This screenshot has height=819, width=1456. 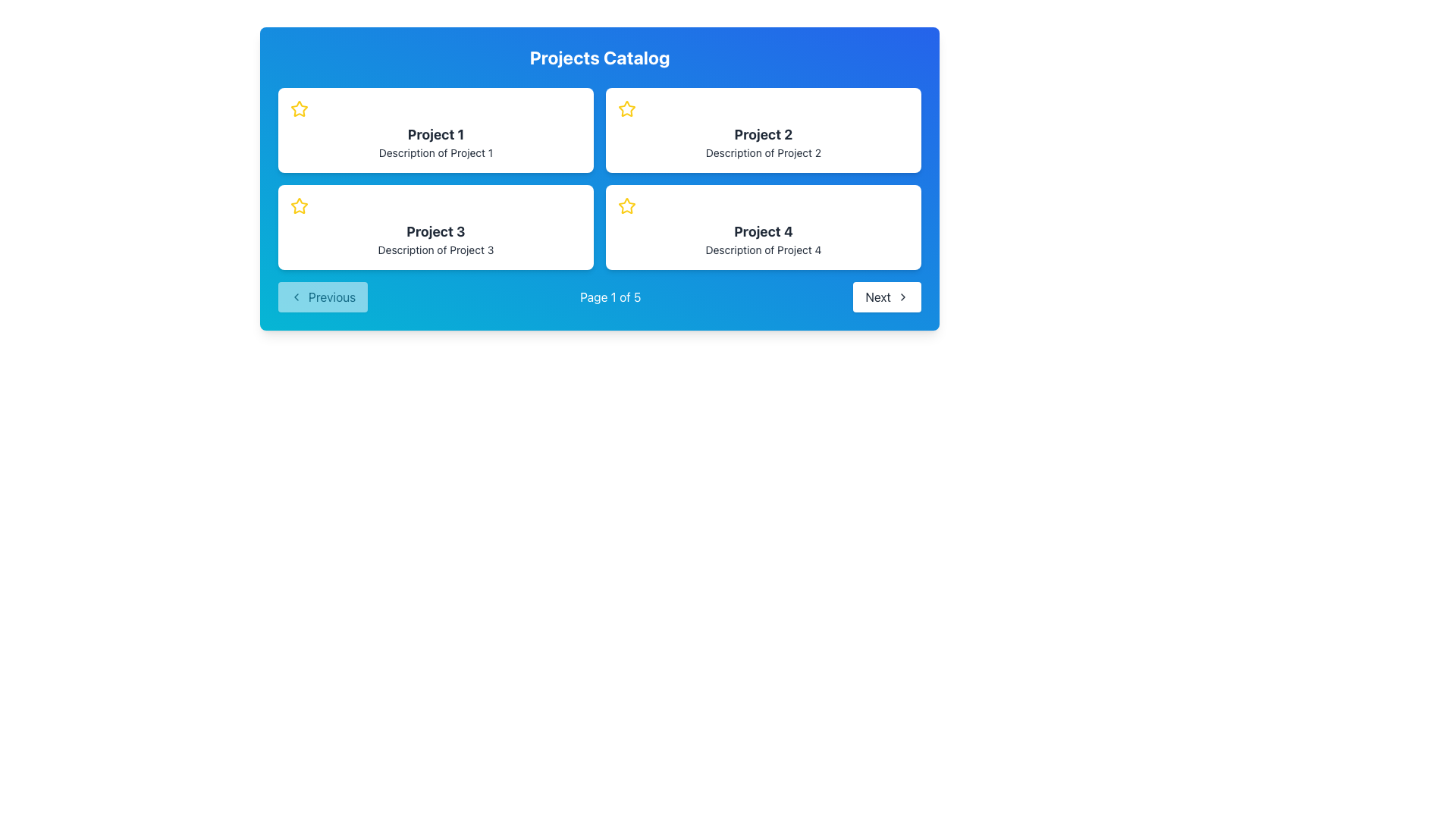 What do you see at coordinates (435, 249) in the screenshot?
I see `the descriptive text label for 'Project 3' located underneath the title in the card module` at bounding box center [435, 249].